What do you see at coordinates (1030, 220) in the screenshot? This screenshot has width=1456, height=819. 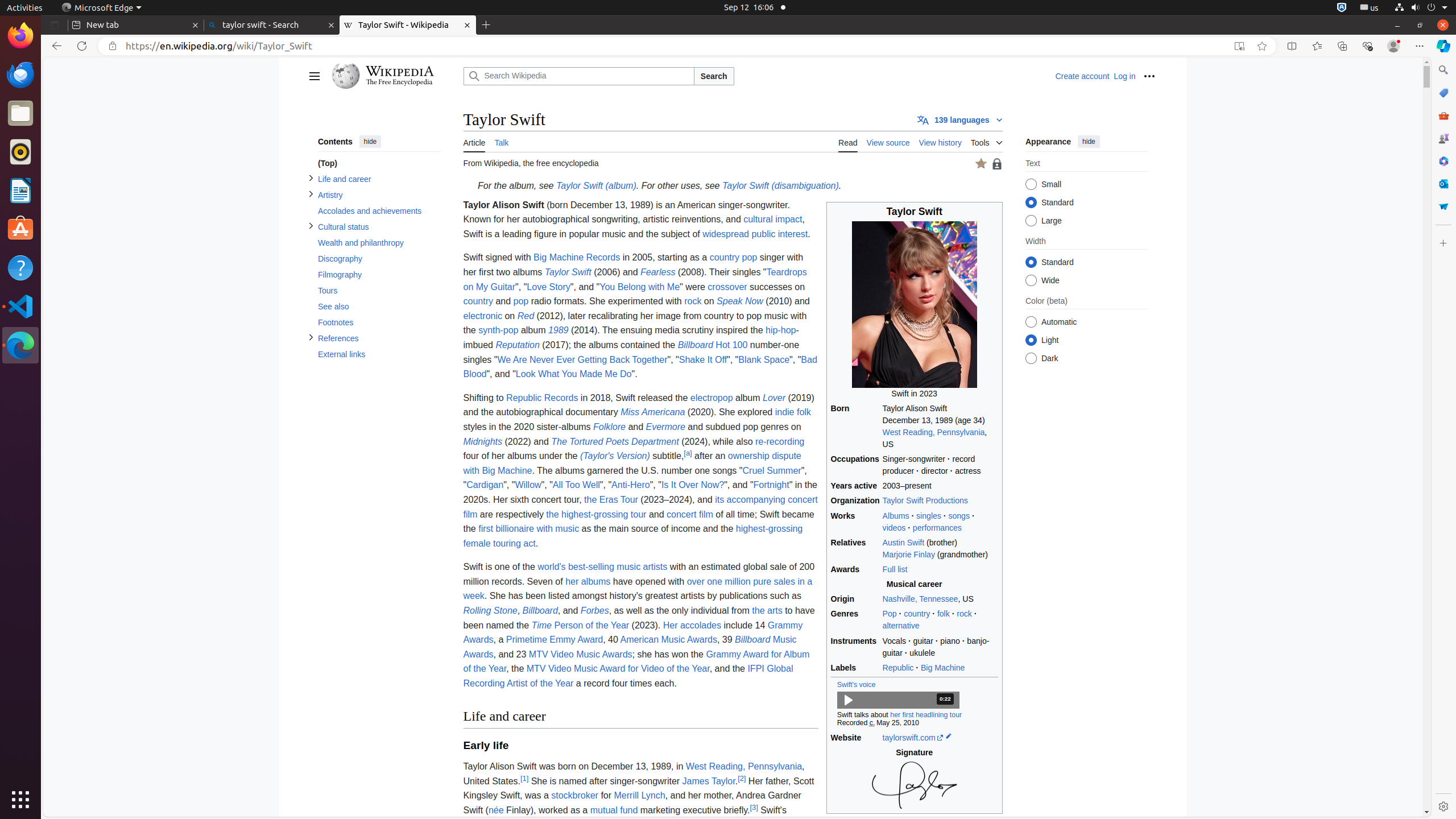 I see `'Large'` at bounding box center [1030, 220].